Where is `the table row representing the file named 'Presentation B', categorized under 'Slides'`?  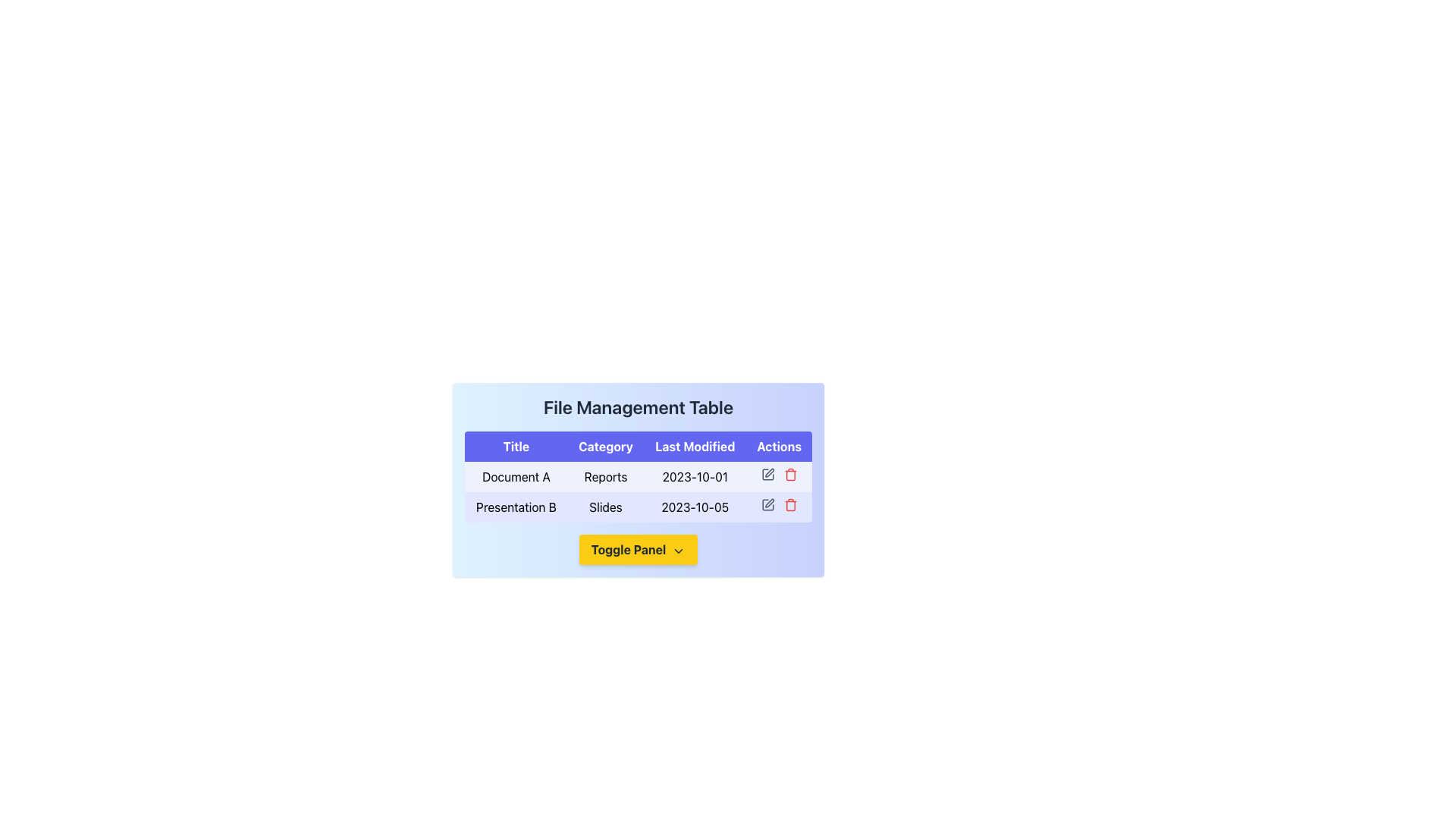 the table row representing the file named 'Presentation B', categorized under 'Slides' is located at coordinates (638, 507).